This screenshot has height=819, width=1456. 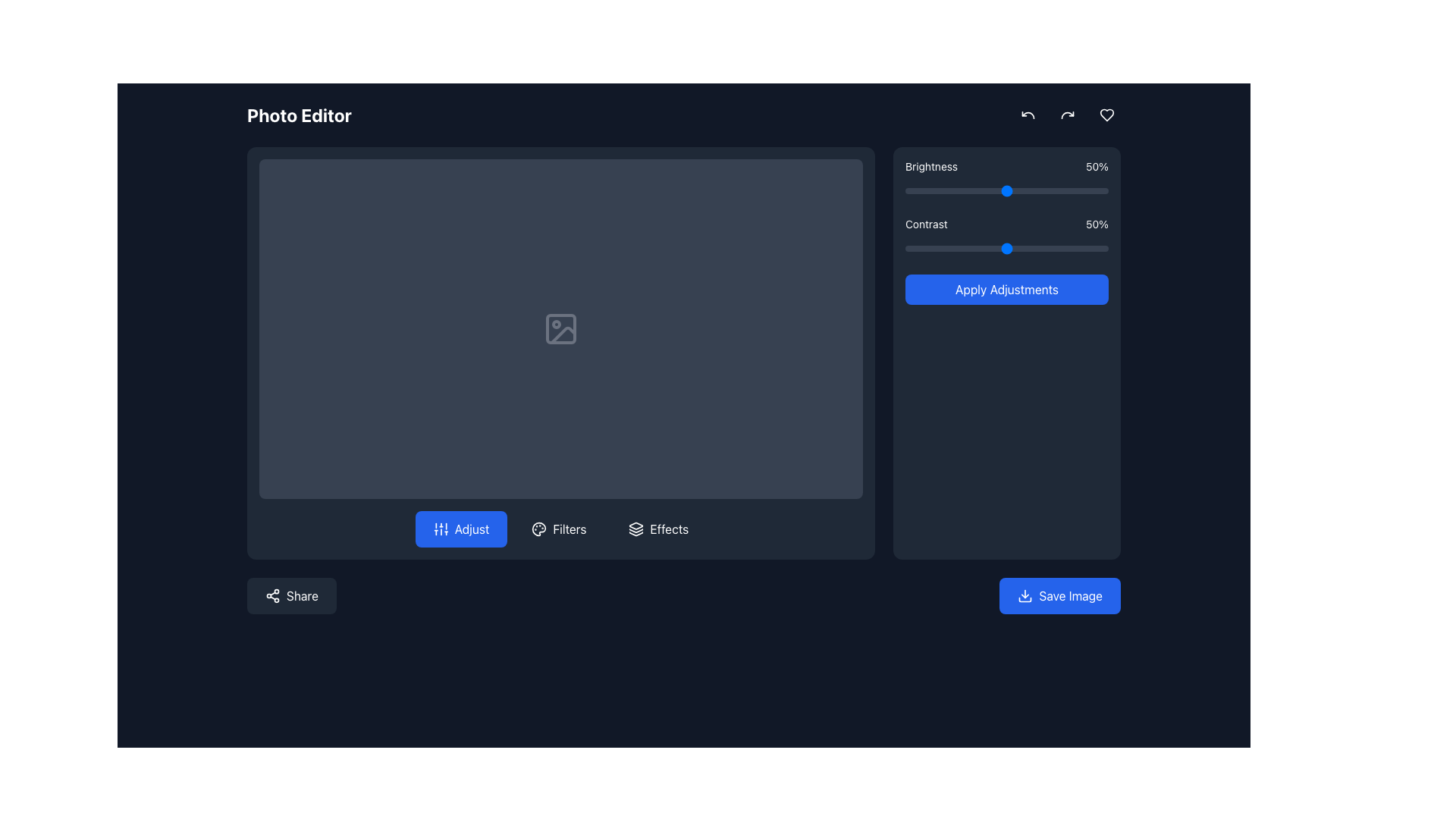 What do you see at coordinates (560, 528) in the screenshot?
I see `the segmented control toolbar at the bottom of the main content area` at bounding box center [560, 528].